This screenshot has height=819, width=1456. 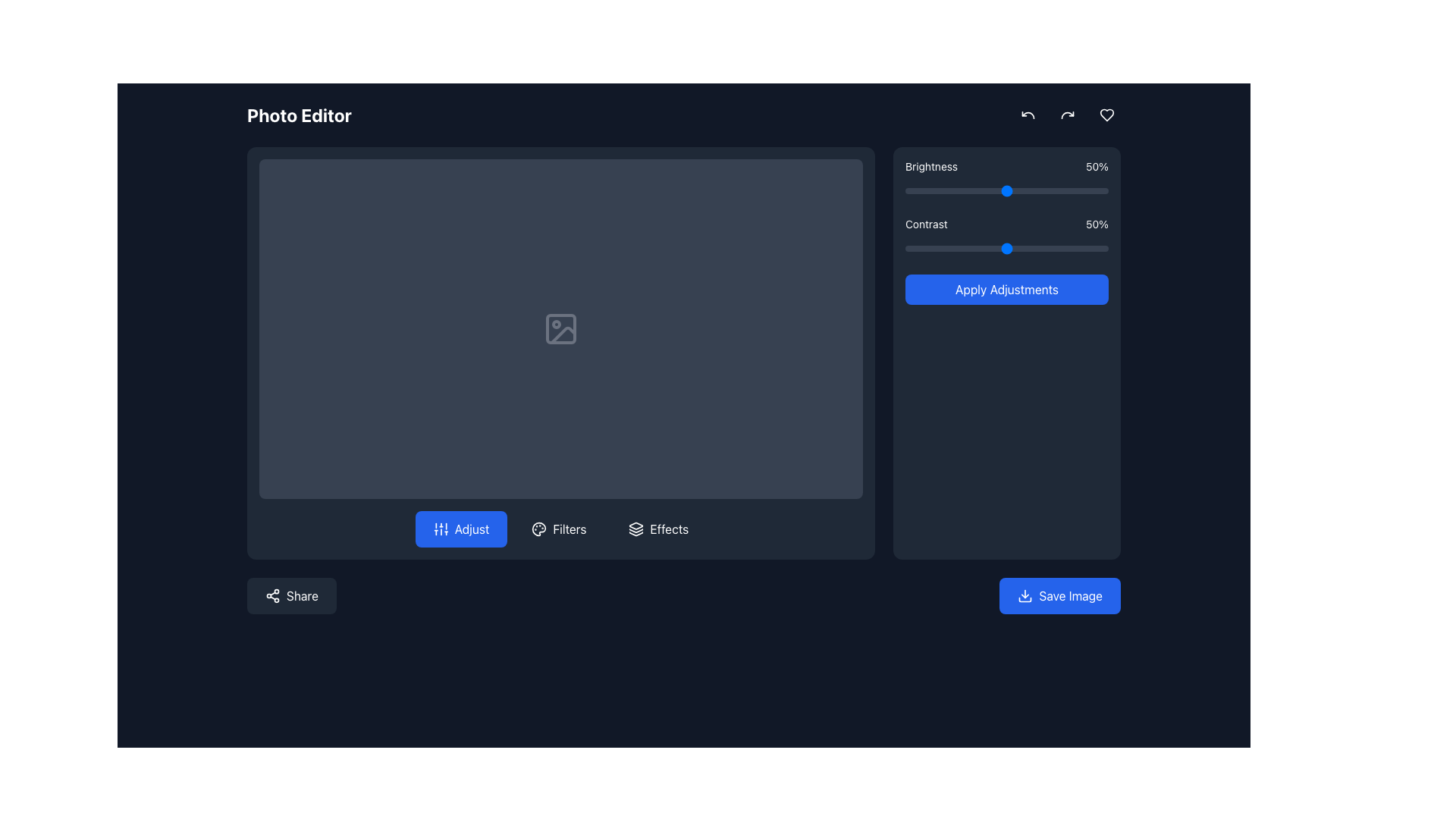 What do you see at coordinates (560, 528) in the screenshot?
I see `the segmented control toolbar at the bottom of the main content area` at bounding box center [560, 528].